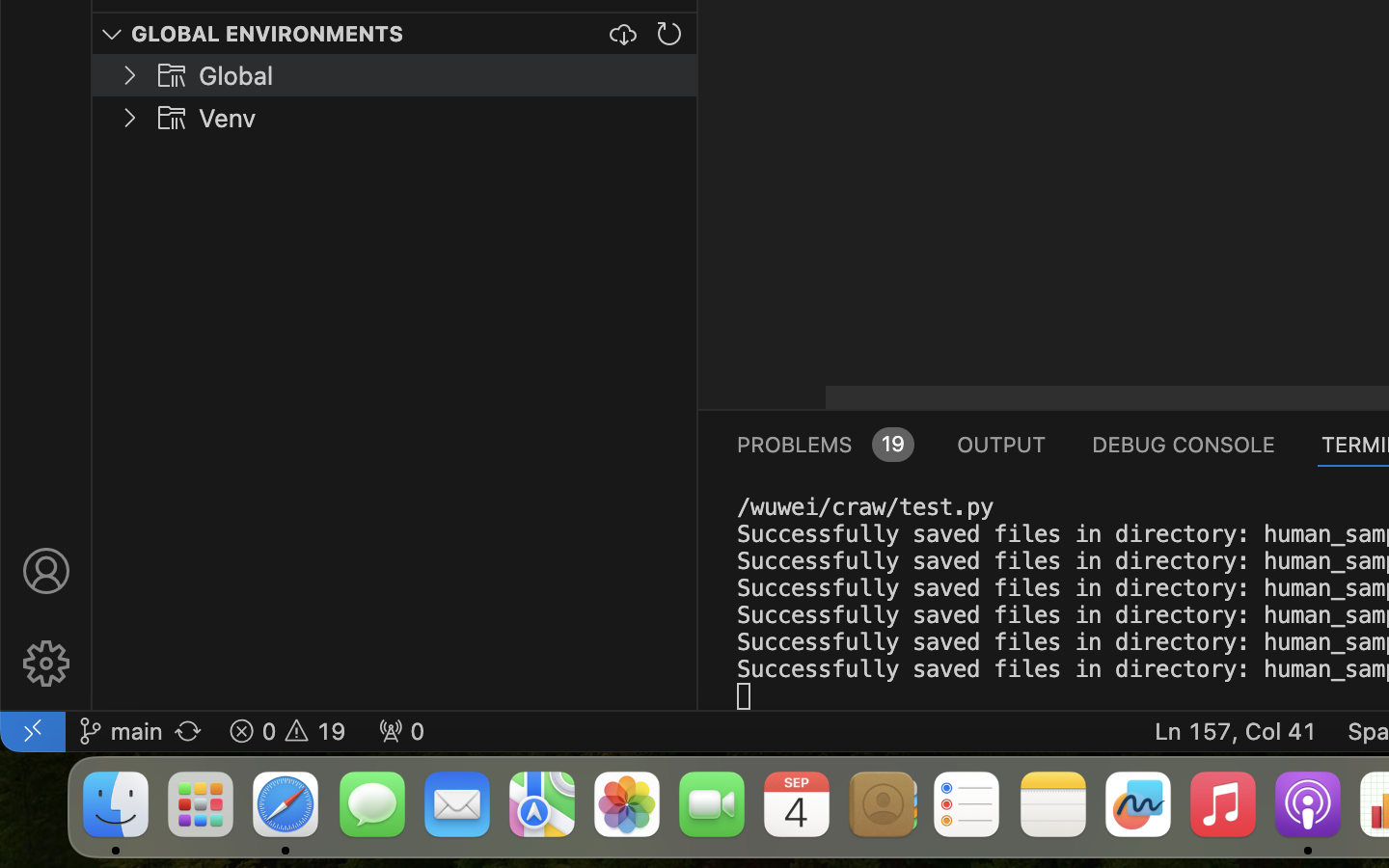 Image resolution: width=1389 pixels, height=868 pixels. I want to click on '0 OUTPUT', so click(1001, 442).